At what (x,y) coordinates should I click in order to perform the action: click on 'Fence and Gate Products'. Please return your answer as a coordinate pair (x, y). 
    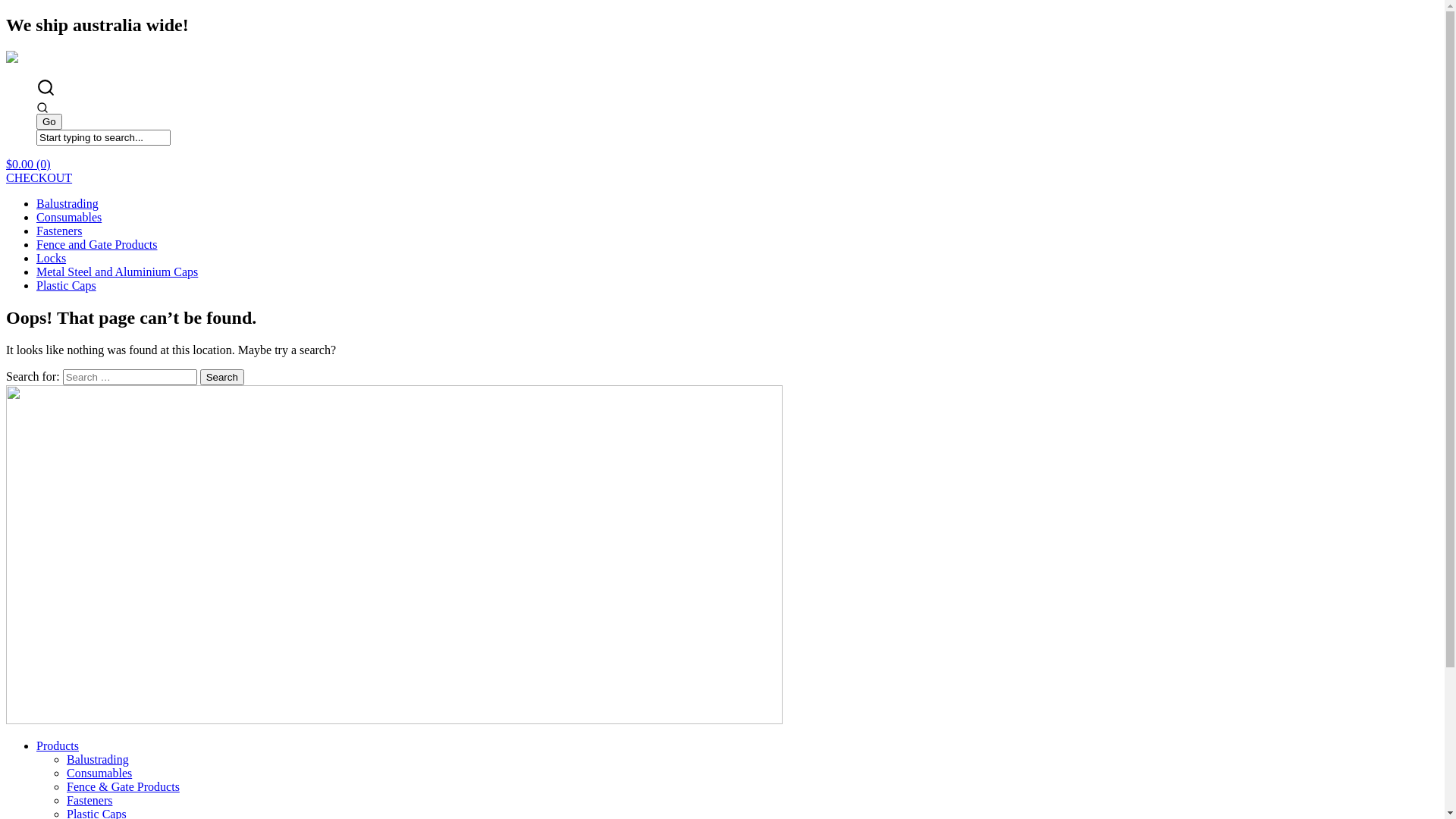
    Looking at the image, I should click on (96, 243).